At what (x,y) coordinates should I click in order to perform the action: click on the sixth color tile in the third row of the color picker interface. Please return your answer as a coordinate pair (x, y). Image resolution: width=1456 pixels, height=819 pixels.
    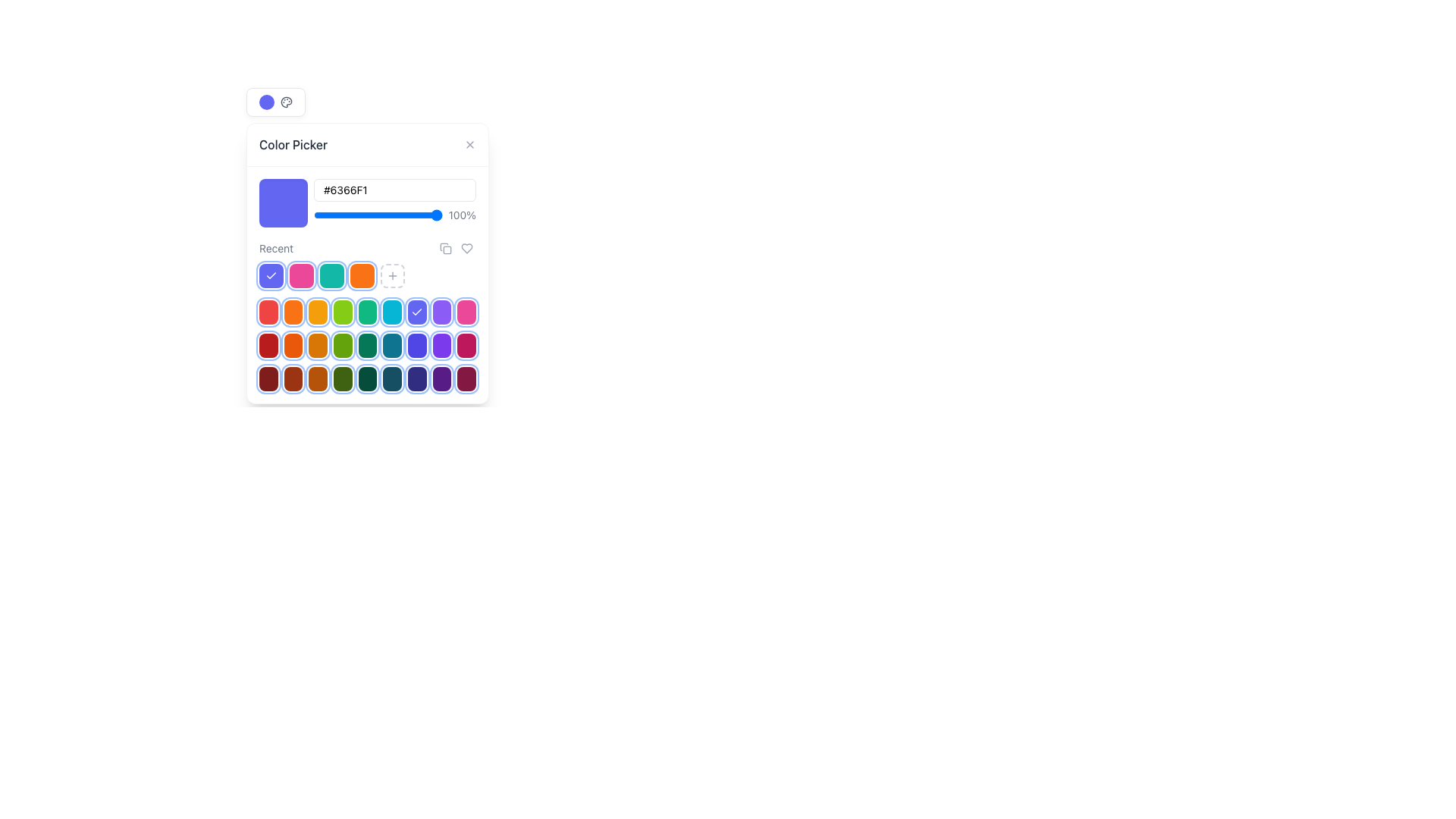
    Looking at the image, I should click on (367, 345).